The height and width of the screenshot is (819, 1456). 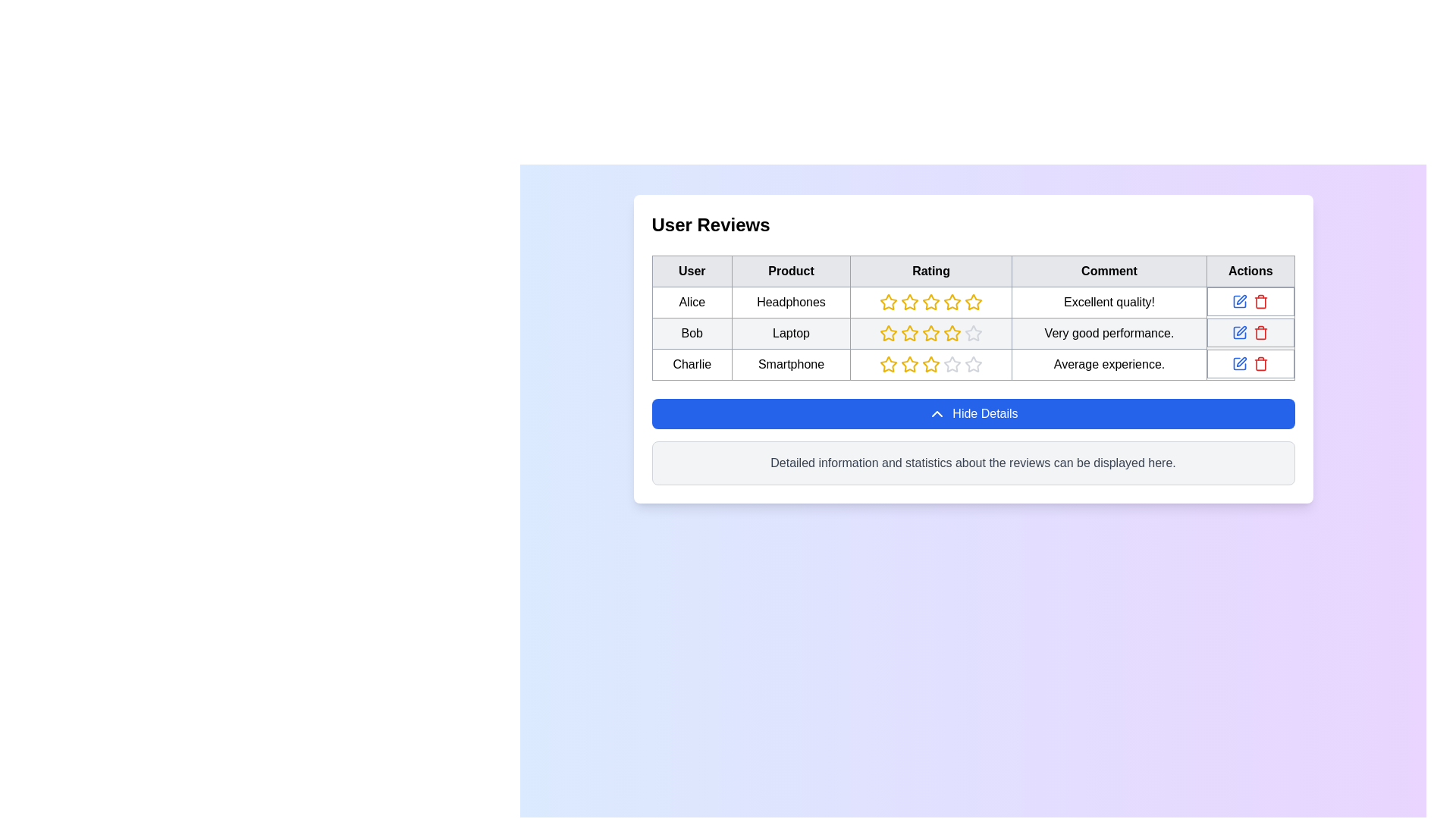 I want to click on the fourth star icon in the 'Rating' column of the second row corresponding to 'Bob' and 'Laptop', so click(x=952, y=332).